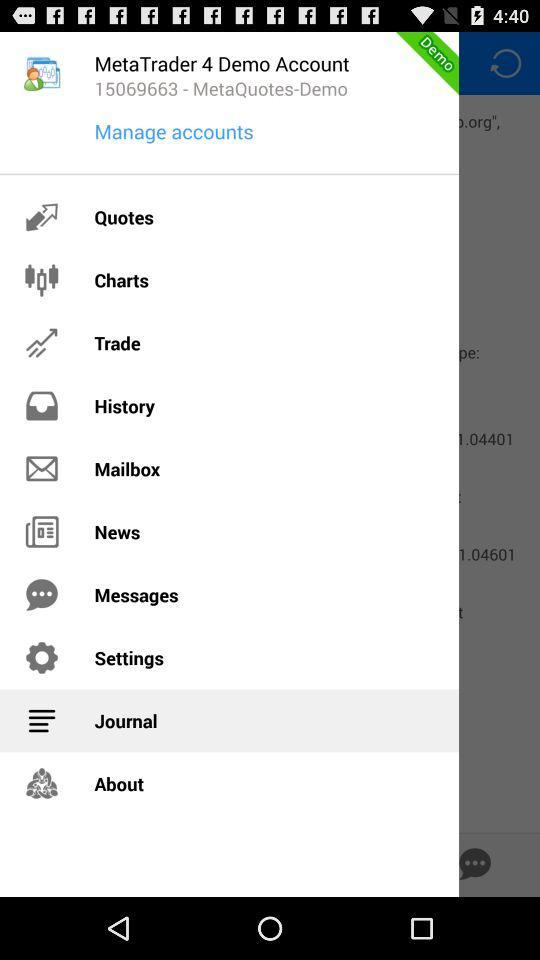 This screenshot has width=540, height=960. I want to click on the chat icon, so click(474, 924).